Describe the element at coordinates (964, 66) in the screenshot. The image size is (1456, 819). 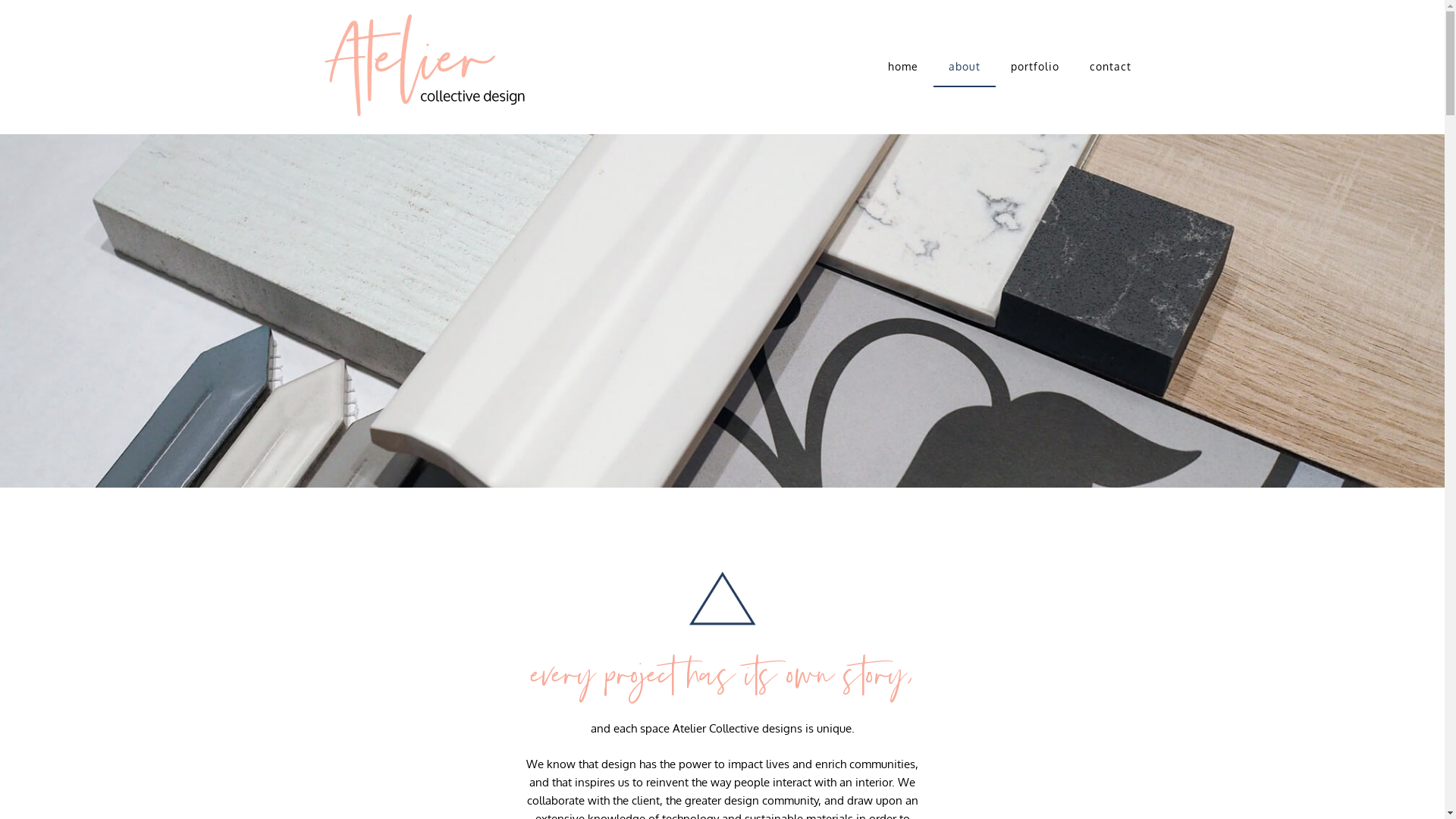
I see `'about'` at that location.